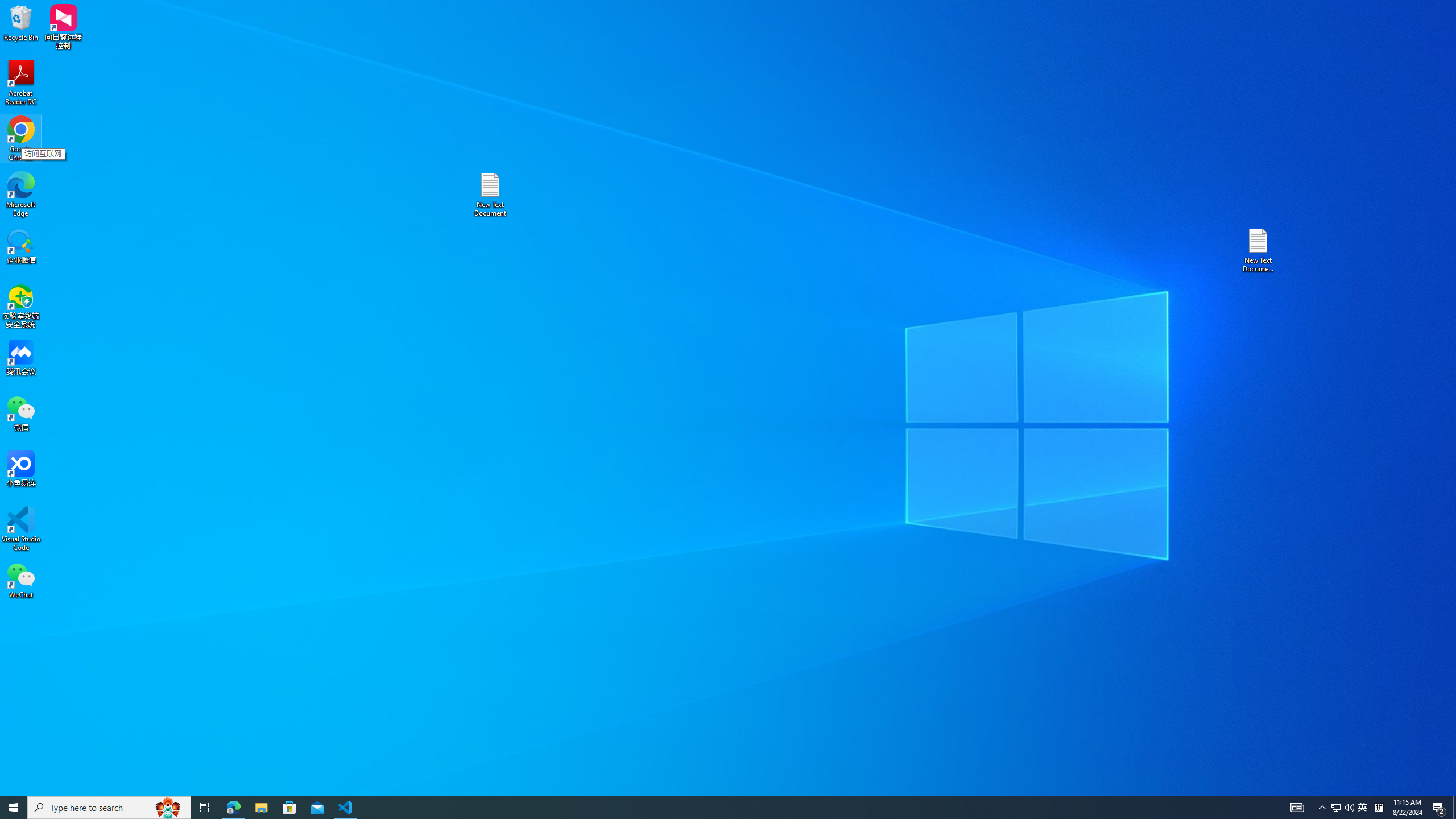 The image size is (1456, 819). What do you see at coordinates (167, 806) in the screenshot?
I see `'Search highlights icon opens search home window'` at bounding box center [167, 806].